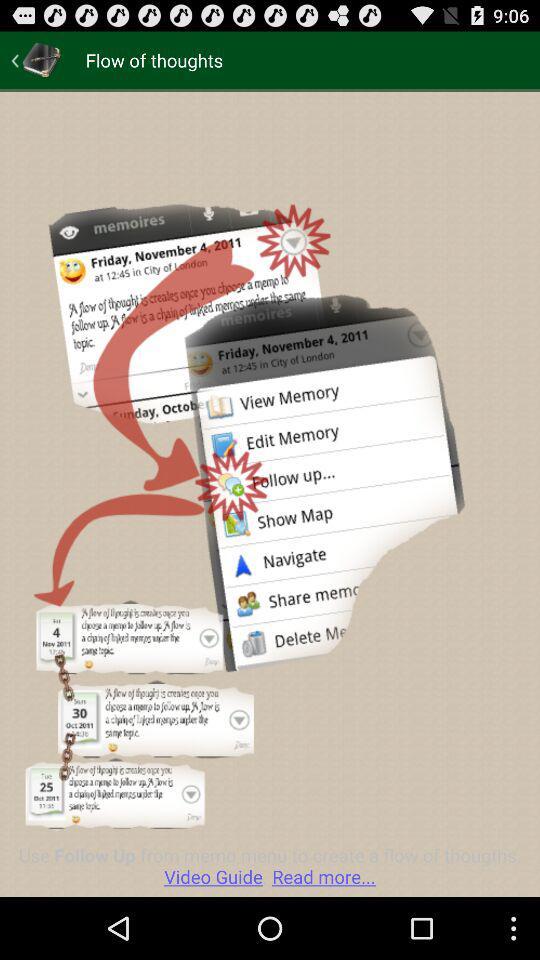 This screenshot has height=960, width=540. What do you see at coordinates (36, 59) in the screenshot?
I see `back to previous page` at bounding box center [36, 59].